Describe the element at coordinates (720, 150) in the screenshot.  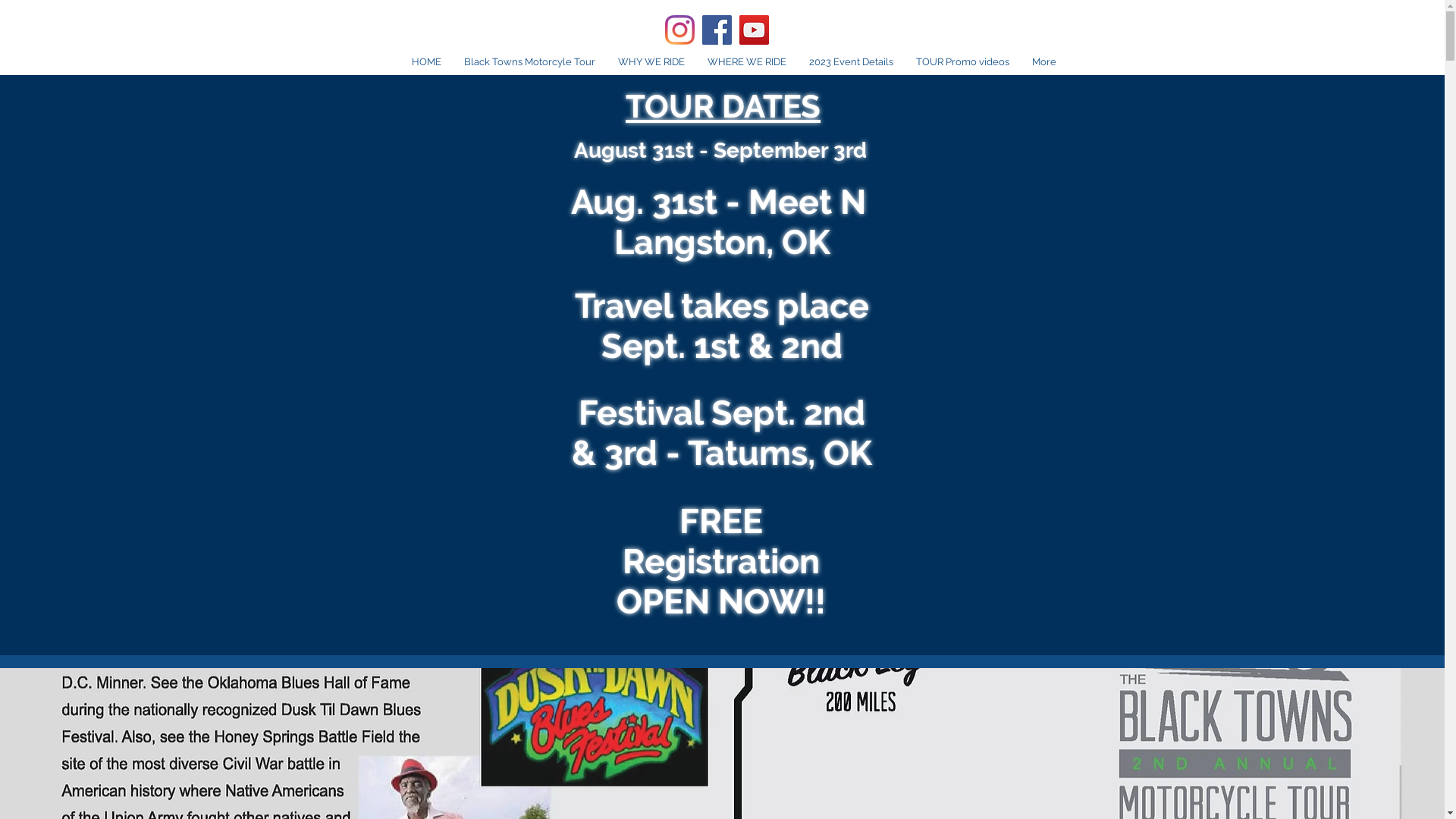
I see `'August 31st - September 3rd'` at that location.